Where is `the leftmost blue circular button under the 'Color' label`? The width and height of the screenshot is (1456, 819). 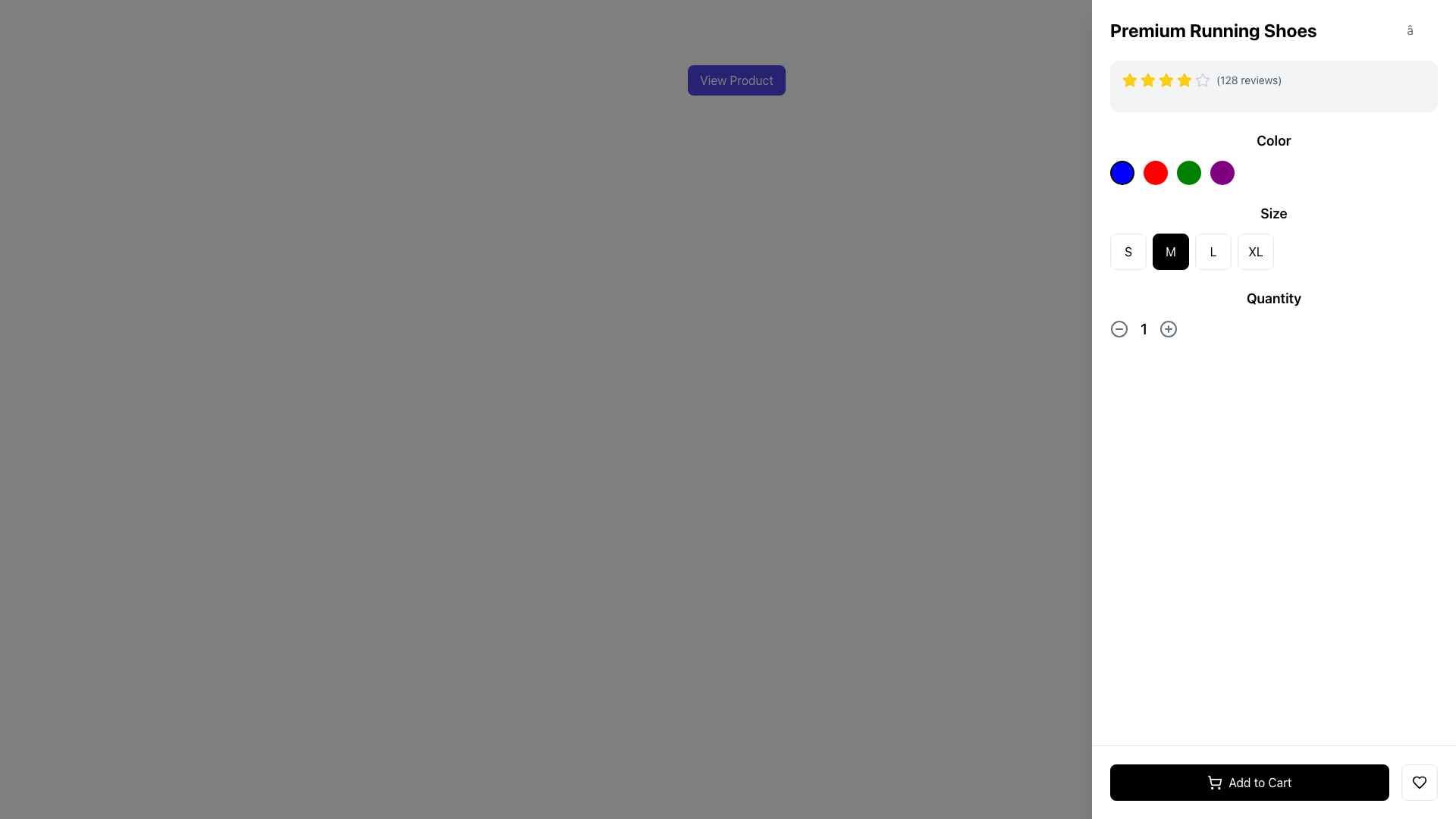 the leftmost blue circular button under the 'Color' label is located at coordinates (1122, 171).